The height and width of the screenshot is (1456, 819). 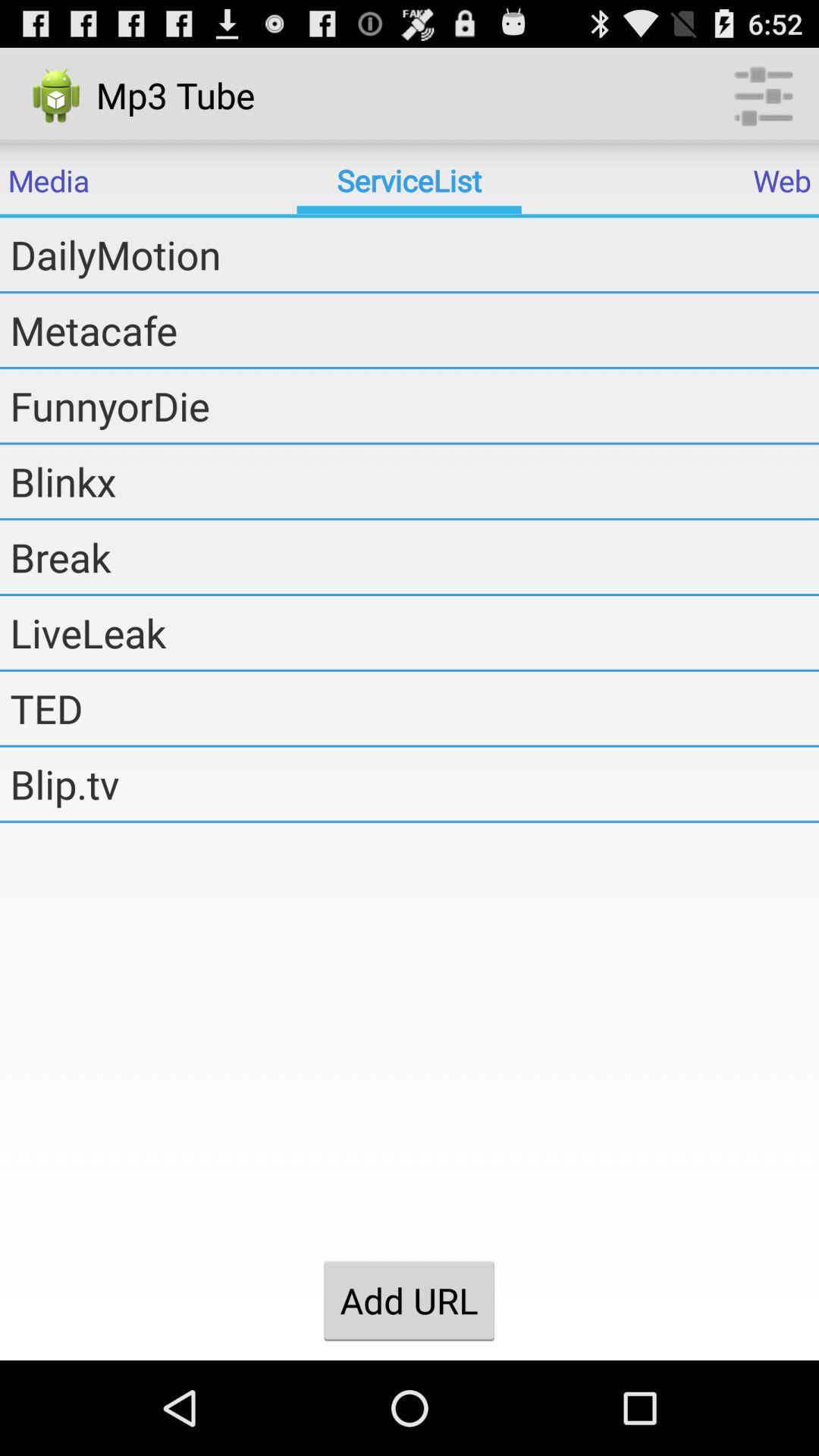 What do you see at coordinates (414, 406) in the screenshot?
I see `funnyordie icon` at bounding box center [414, 406].